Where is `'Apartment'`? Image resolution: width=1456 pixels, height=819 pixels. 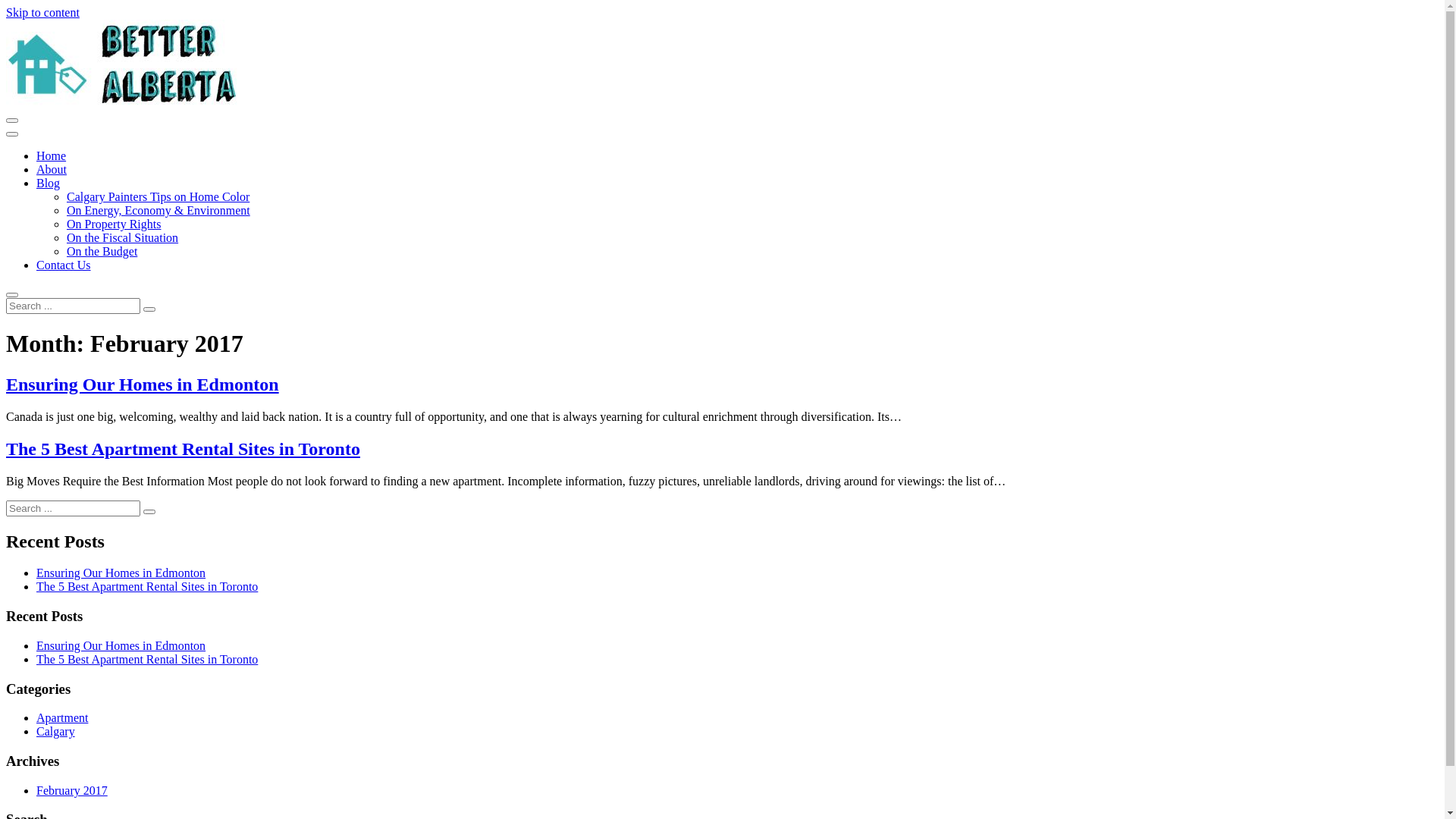
'Apartment' is located at coordinates (61, 717).